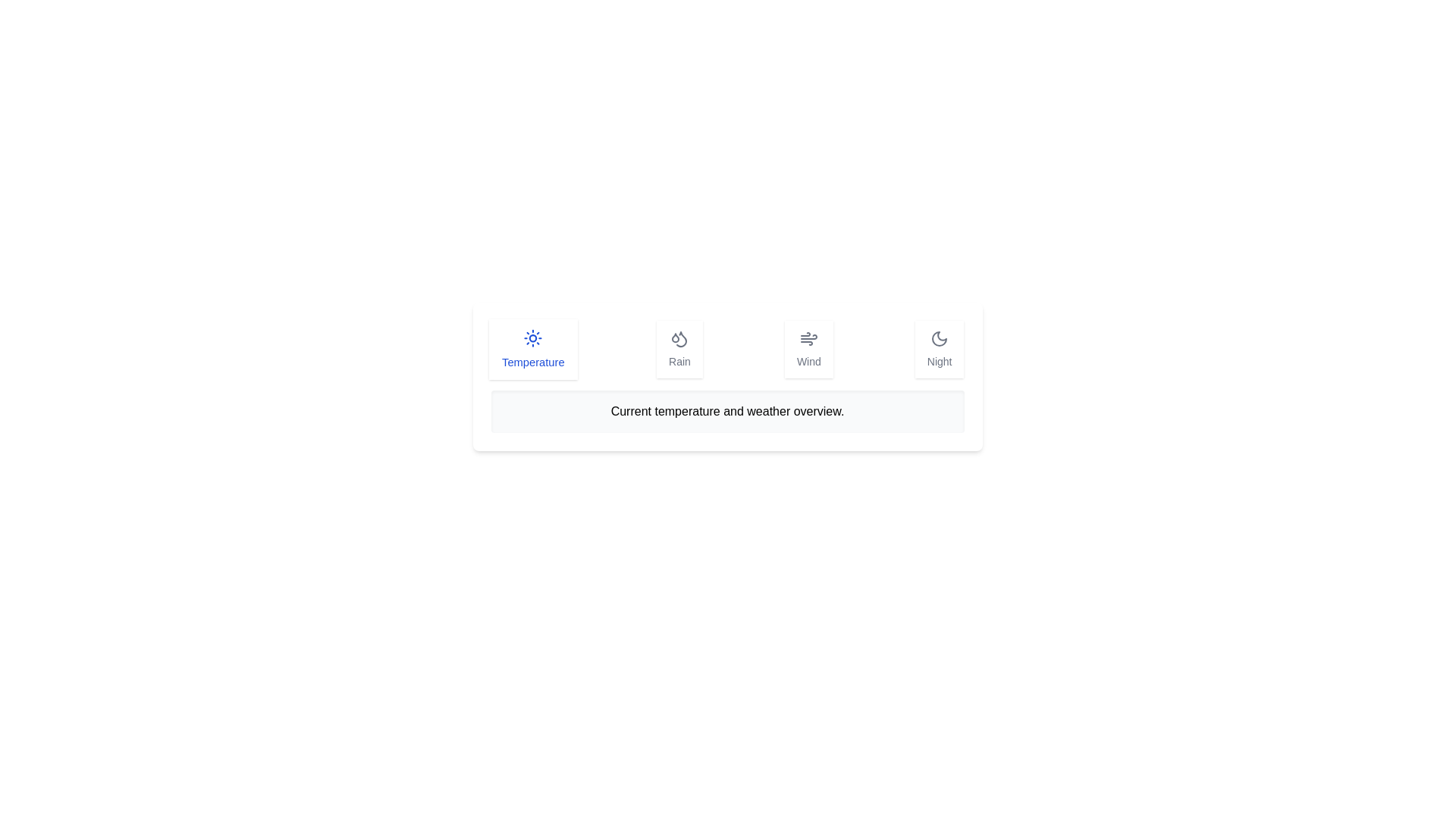 The width and height of the screenshot is (1456, 819). Describe the element at coordinates (726, 350) in the screenshot. I see `the horizontal navigation bar containing the items 'Temperature,' 'Rain,' 'Wind,' and 'Night' located at the top-center of the interface` at that location.